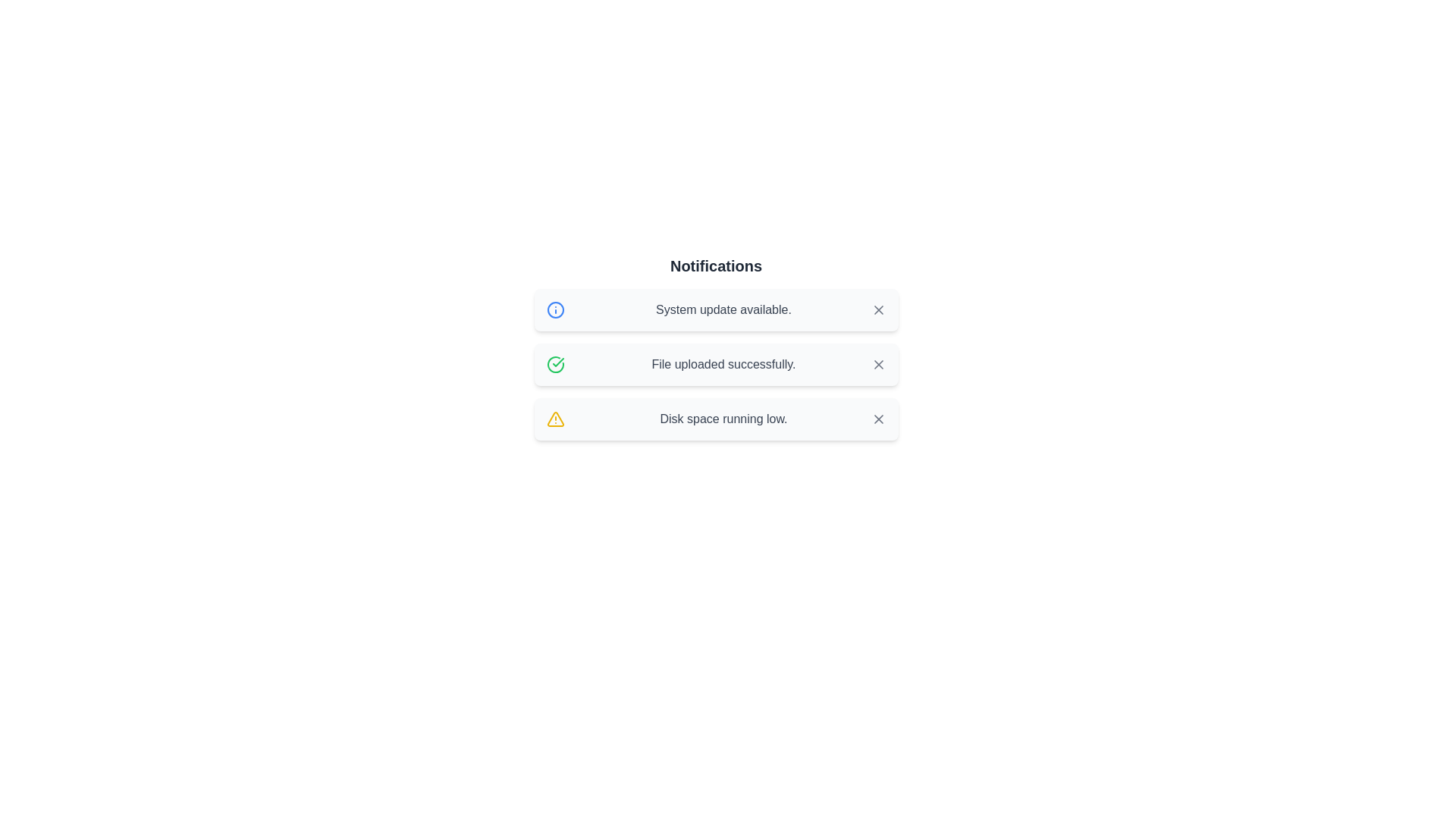 The image size is (1456, 819). What do you see at coordinates (723, 419) in the screenshot?
I see `the text label that informs the user about low disk space in the notification panel, positioned centrally with a warning icon on the left and a close button on the right` at bounding box center [723, 419].